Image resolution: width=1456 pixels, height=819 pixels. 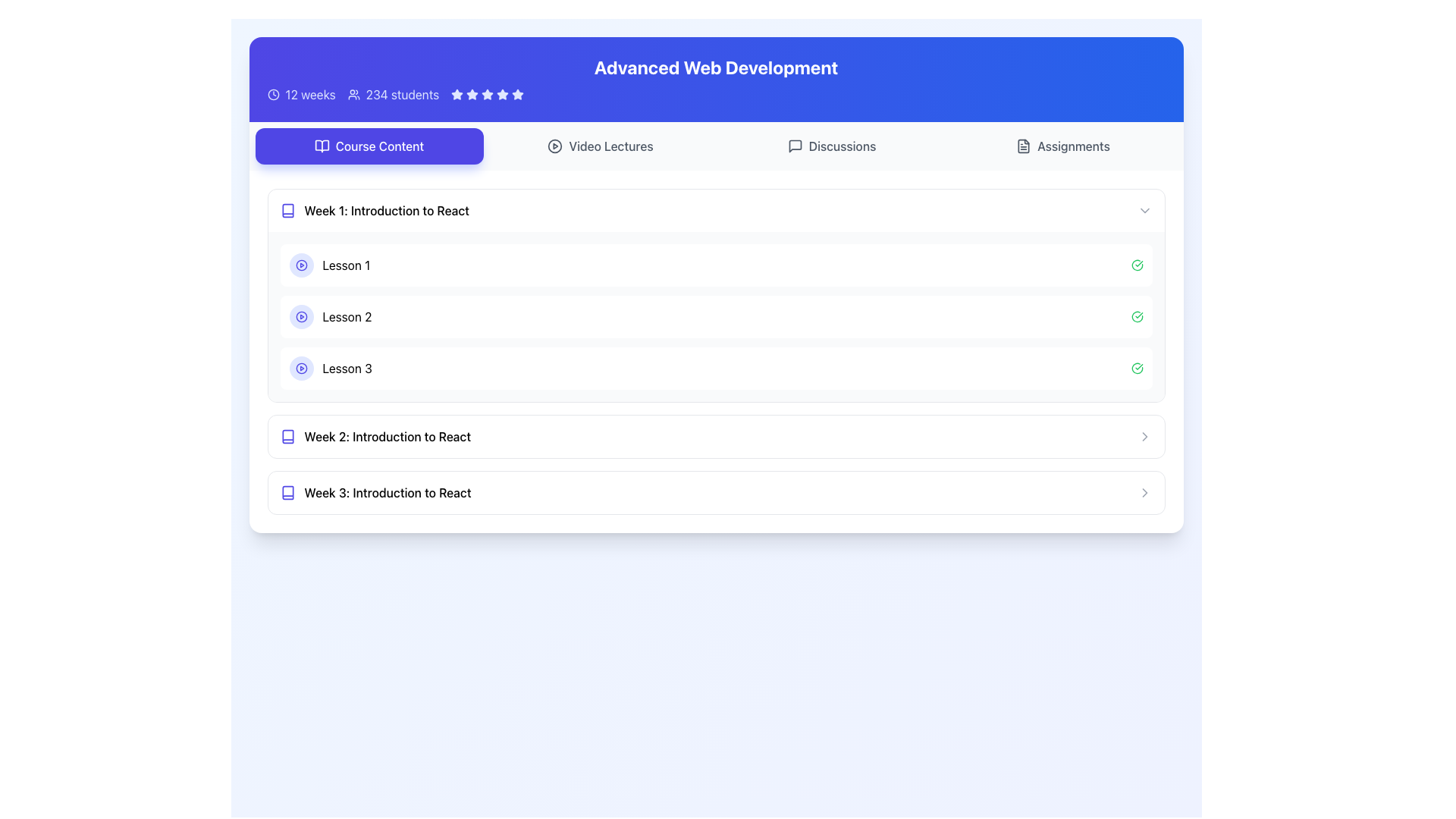 I want to click on the 'Course Content' icon located in the top header section of the interface, so click(x=321, y=146).